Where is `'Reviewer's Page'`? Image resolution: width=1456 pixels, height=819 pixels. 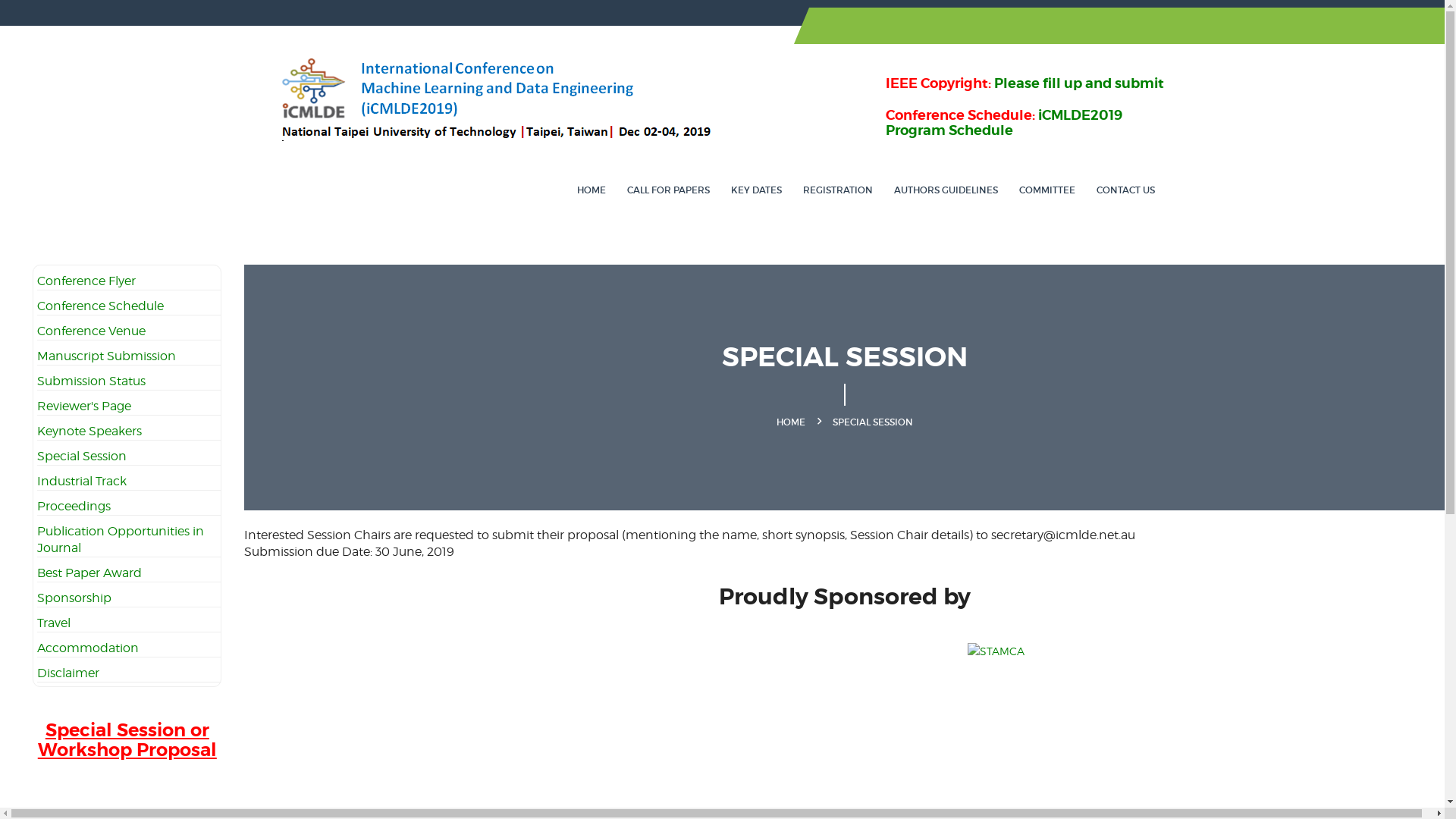
'Reviewer's Page' is located at coordinates (83, 405).